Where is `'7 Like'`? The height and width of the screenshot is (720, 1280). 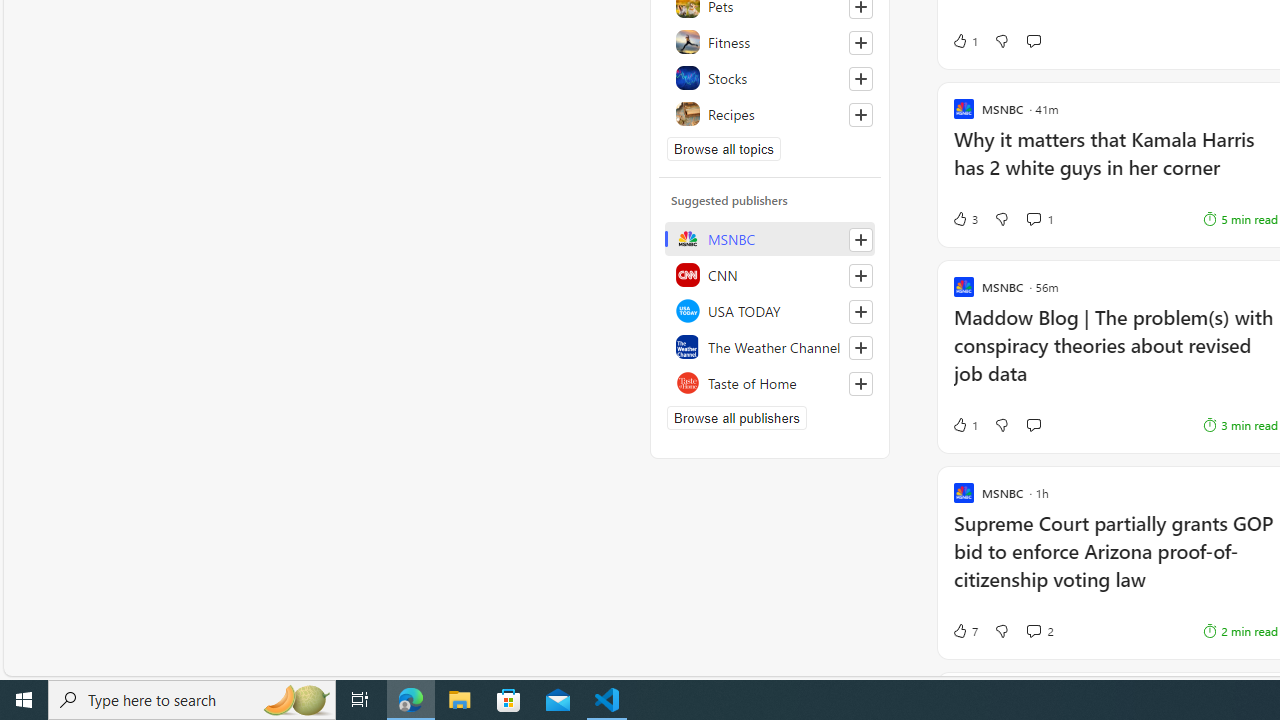
'7 Like' is located at coordinates (964, 631).